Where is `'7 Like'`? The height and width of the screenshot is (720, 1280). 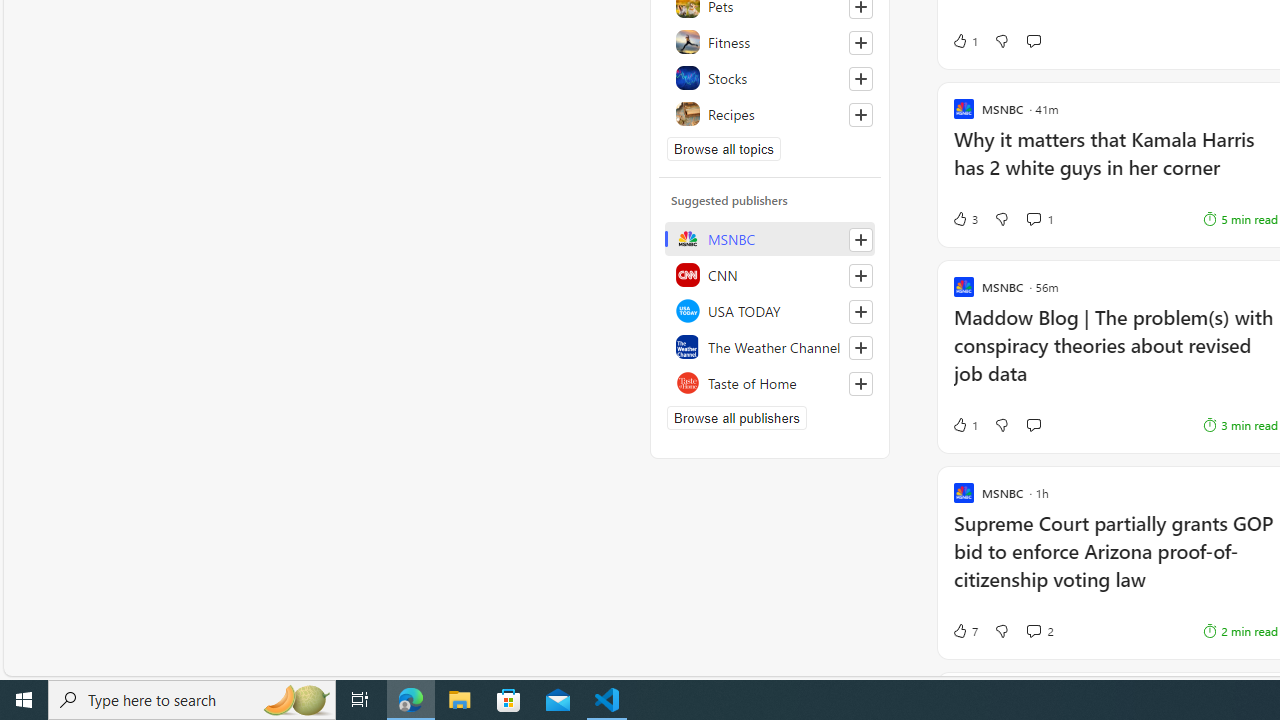
'7 Like' is located at coordinates (964, 631).